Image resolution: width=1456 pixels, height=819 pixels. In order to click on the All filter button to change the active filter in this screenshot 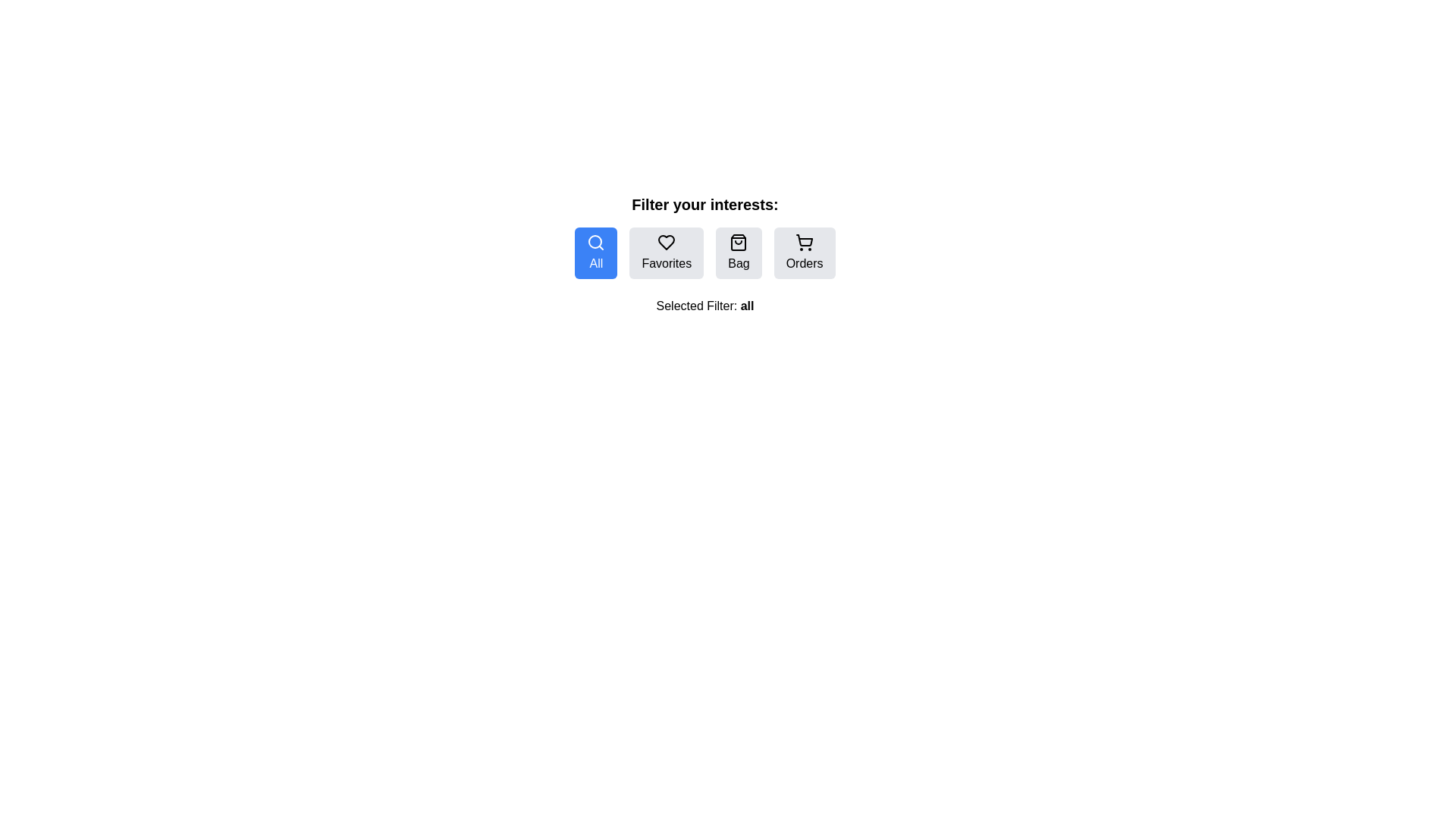, I will do `click(595, 253)`.